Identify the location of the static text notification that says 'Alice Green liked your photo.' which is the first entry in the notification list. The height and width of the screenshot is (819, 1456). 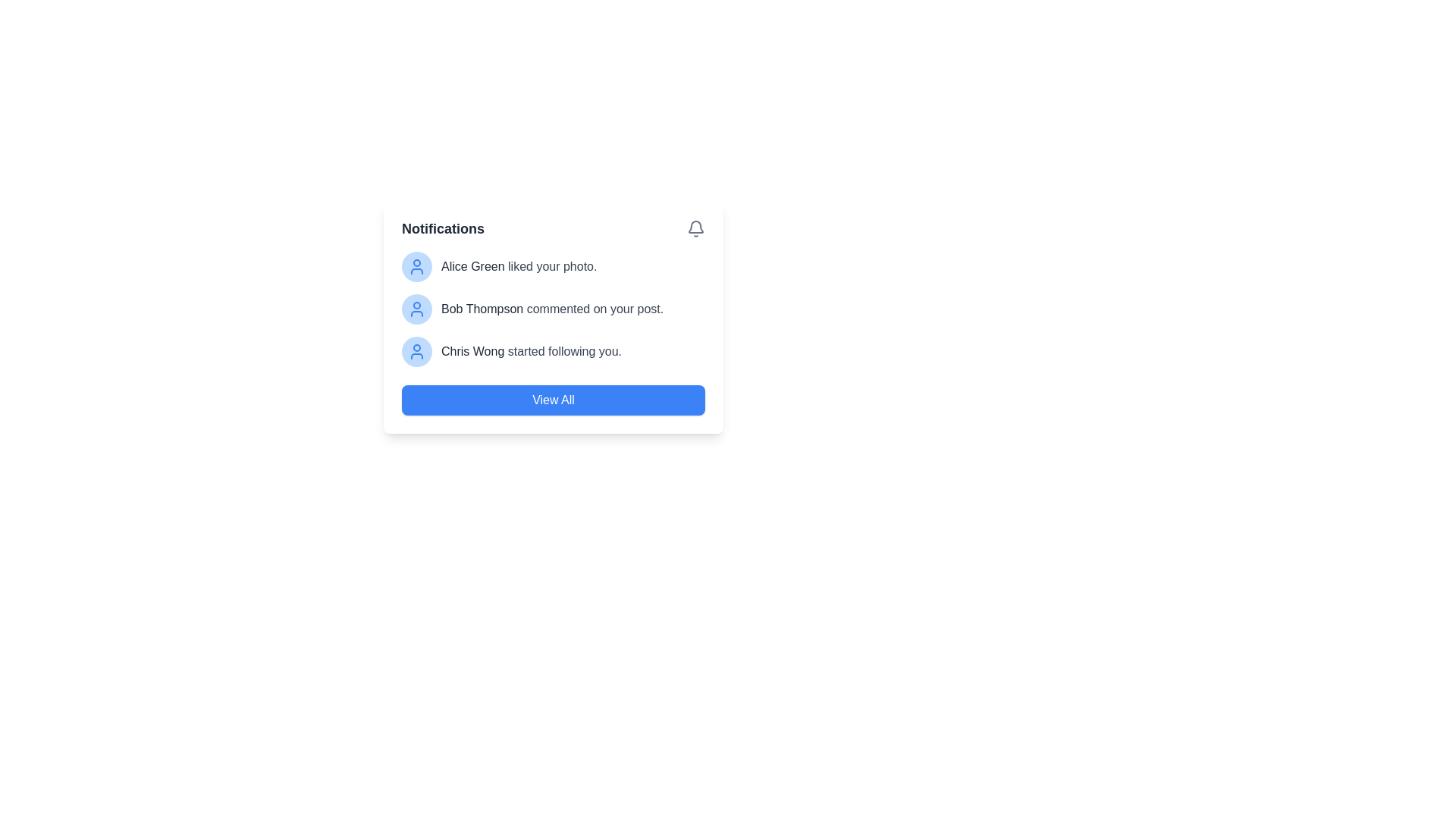
(519, 265).